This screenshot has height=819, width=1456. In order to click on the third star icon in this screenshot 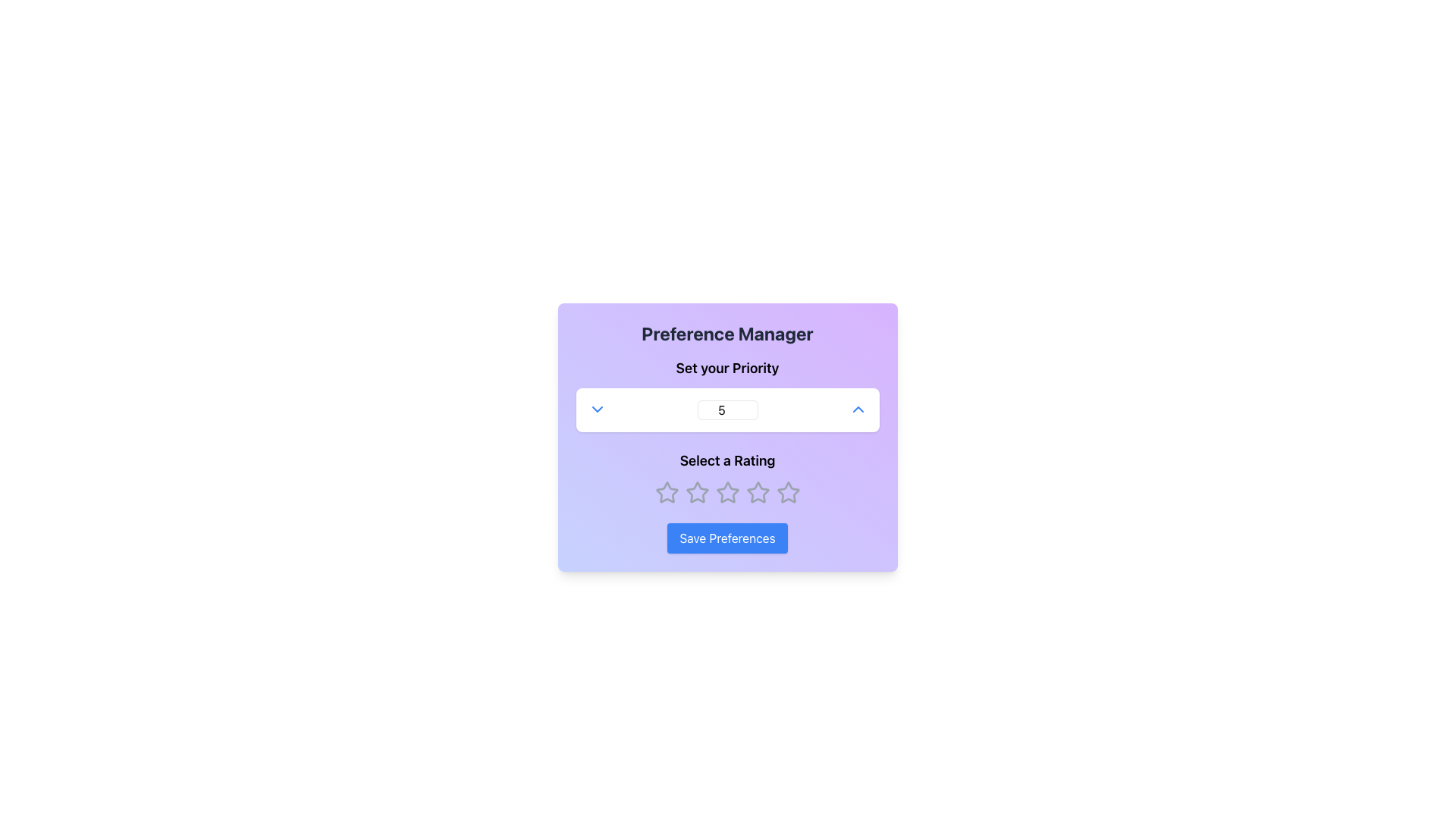, I will do `click(726, 491)`.